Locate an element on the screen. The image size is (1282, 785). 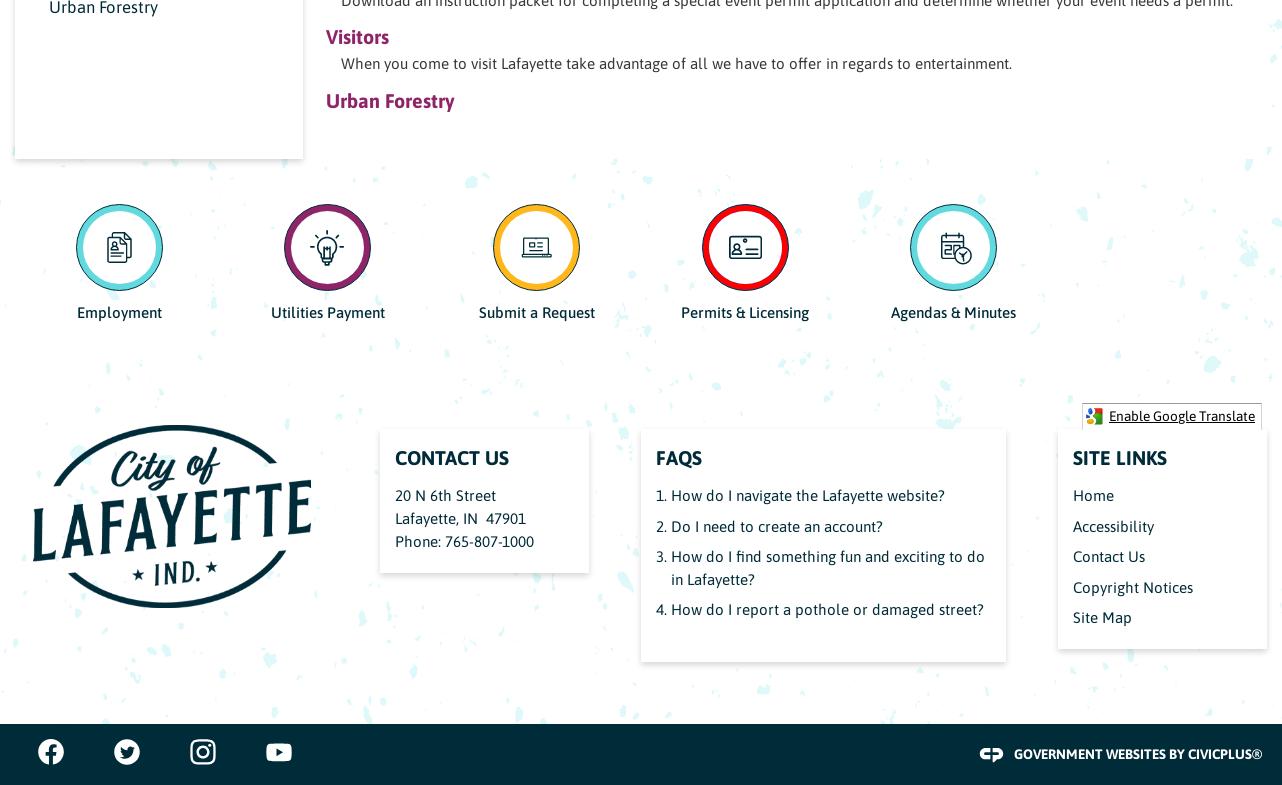
'Site Map' is located at coordinates (1102, 616).